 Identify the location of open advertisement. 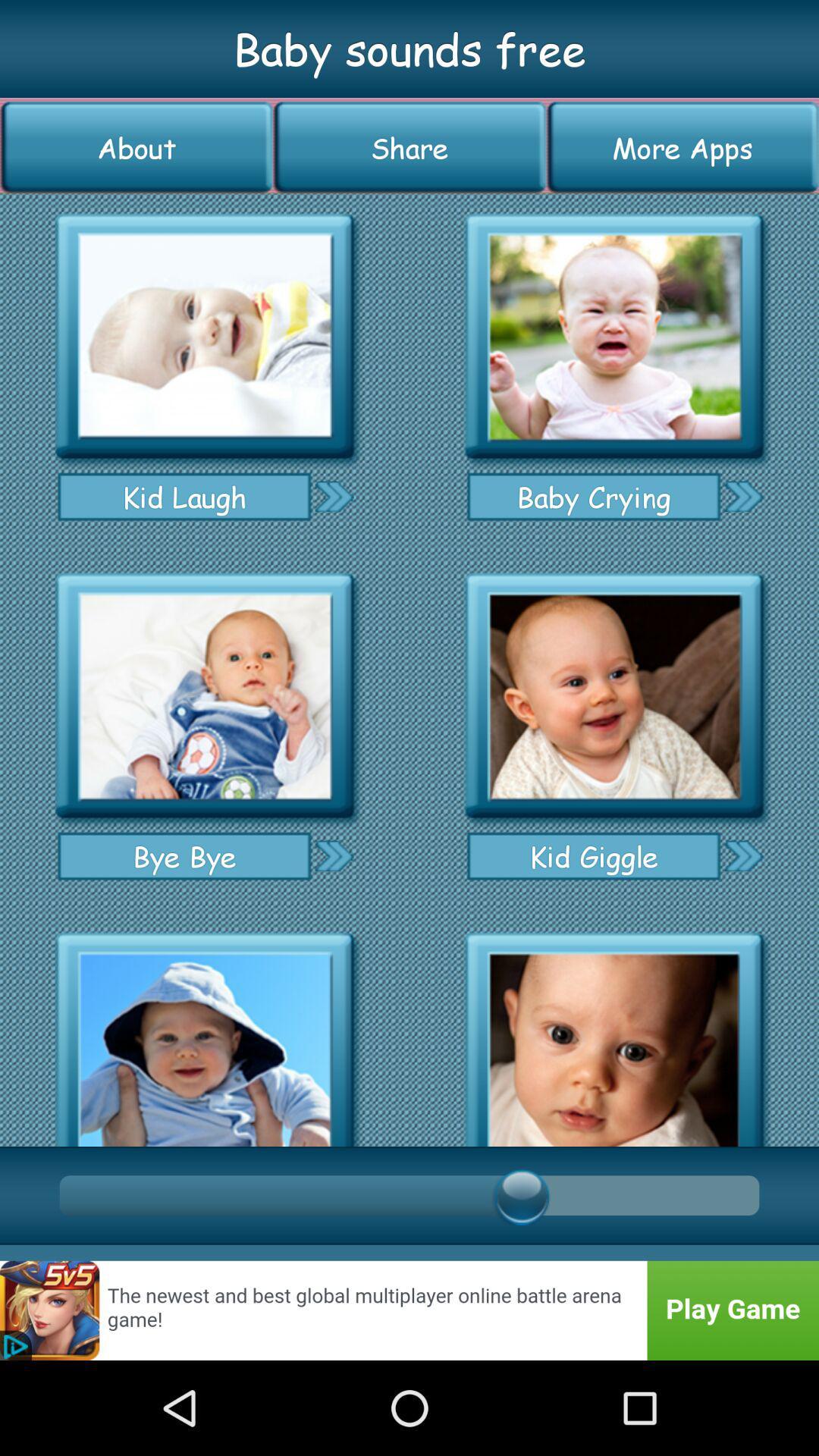
(409, 1310).